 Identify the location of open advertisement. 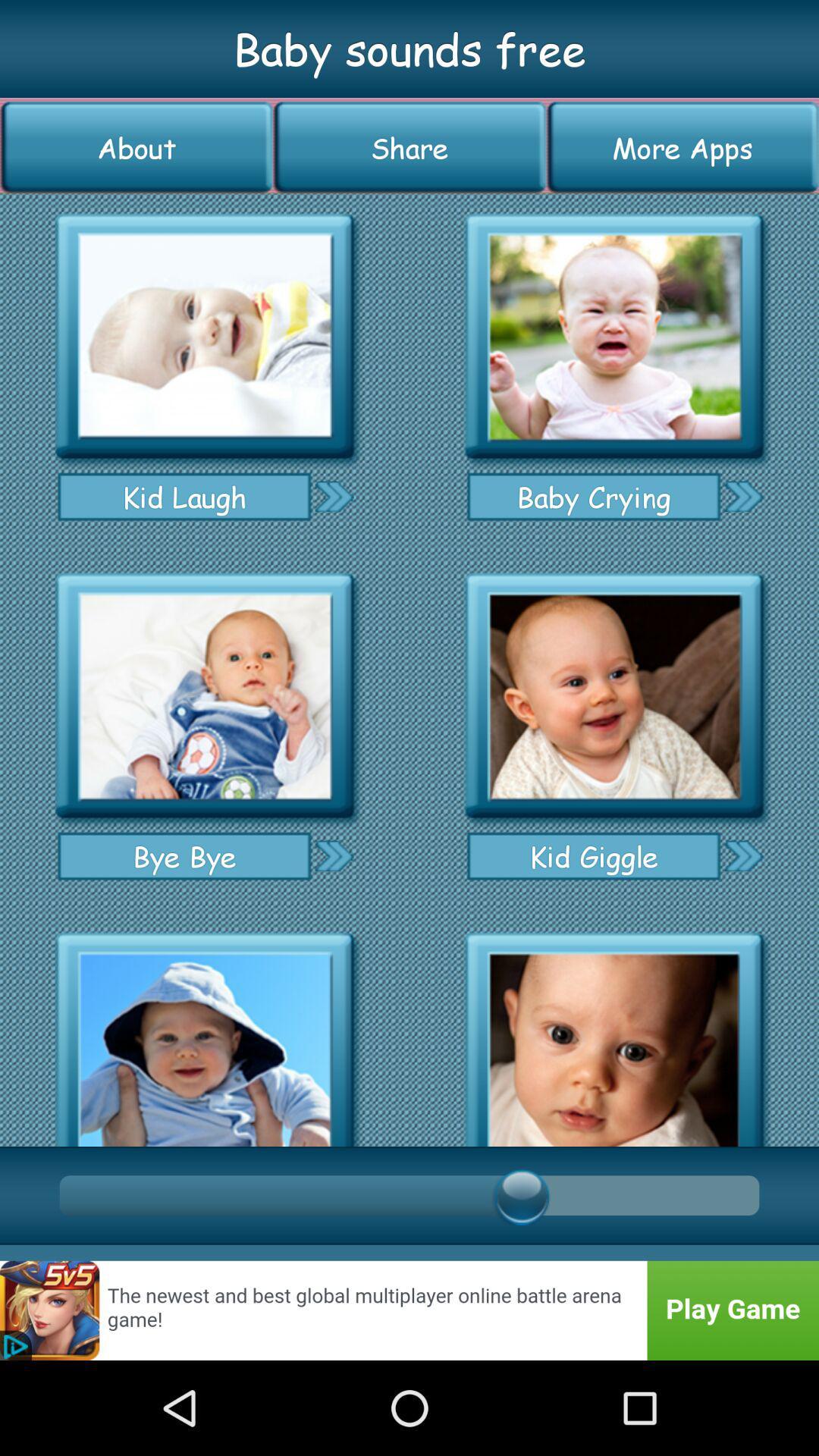
(409, 1310).